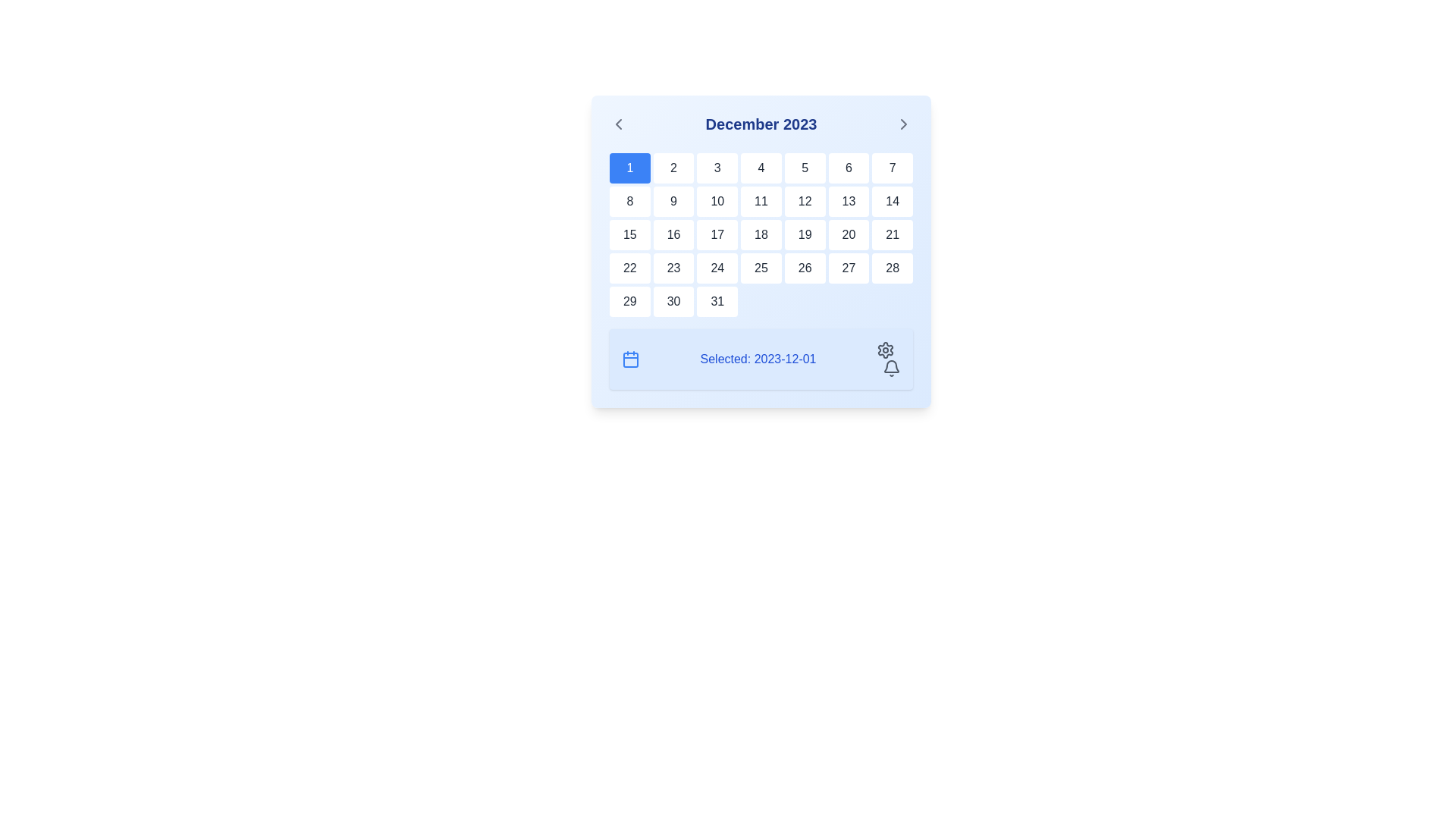 The width and height of the screenshot is (1456, 819). Describe the element at coordinates (629, 268) in the screenshot. I see `the calendar cell displaying the date '22' in the 4th row and 1st column of the calendar grid` at that location.